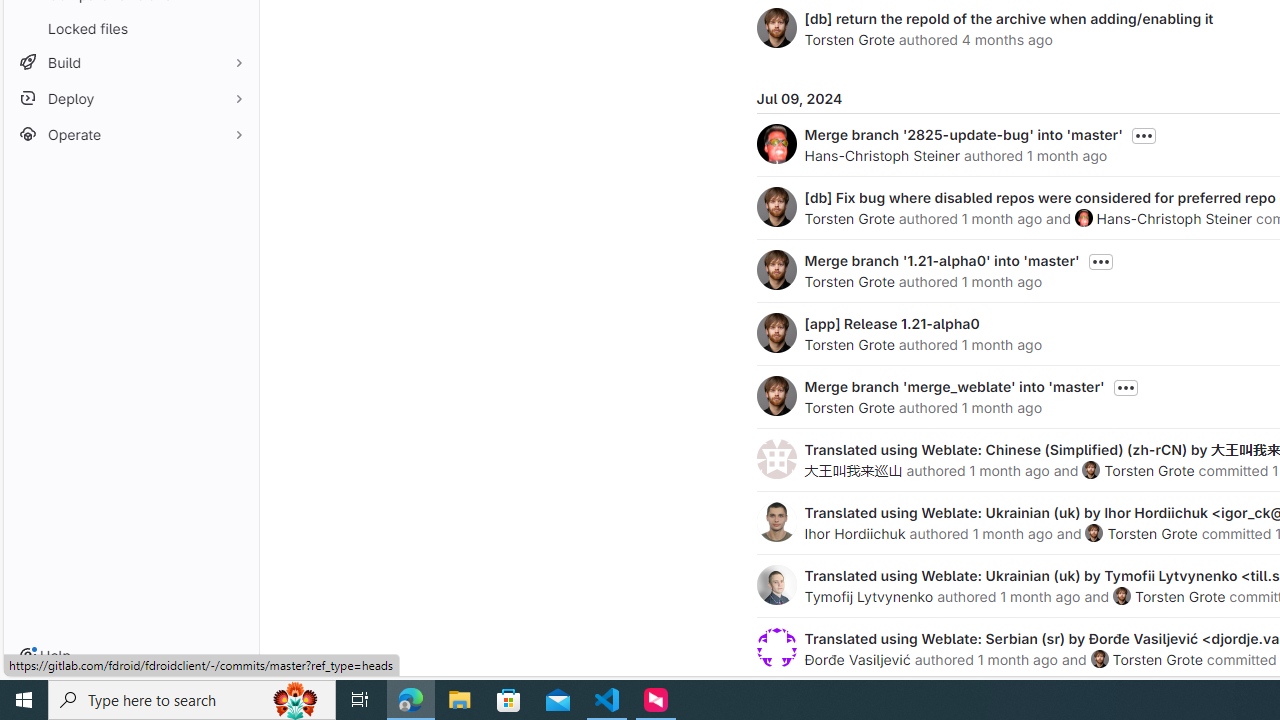  Describe the element at coordinates (775, 521) in the screenshot. I see `'Ihor Hordiichuk'` at that location.